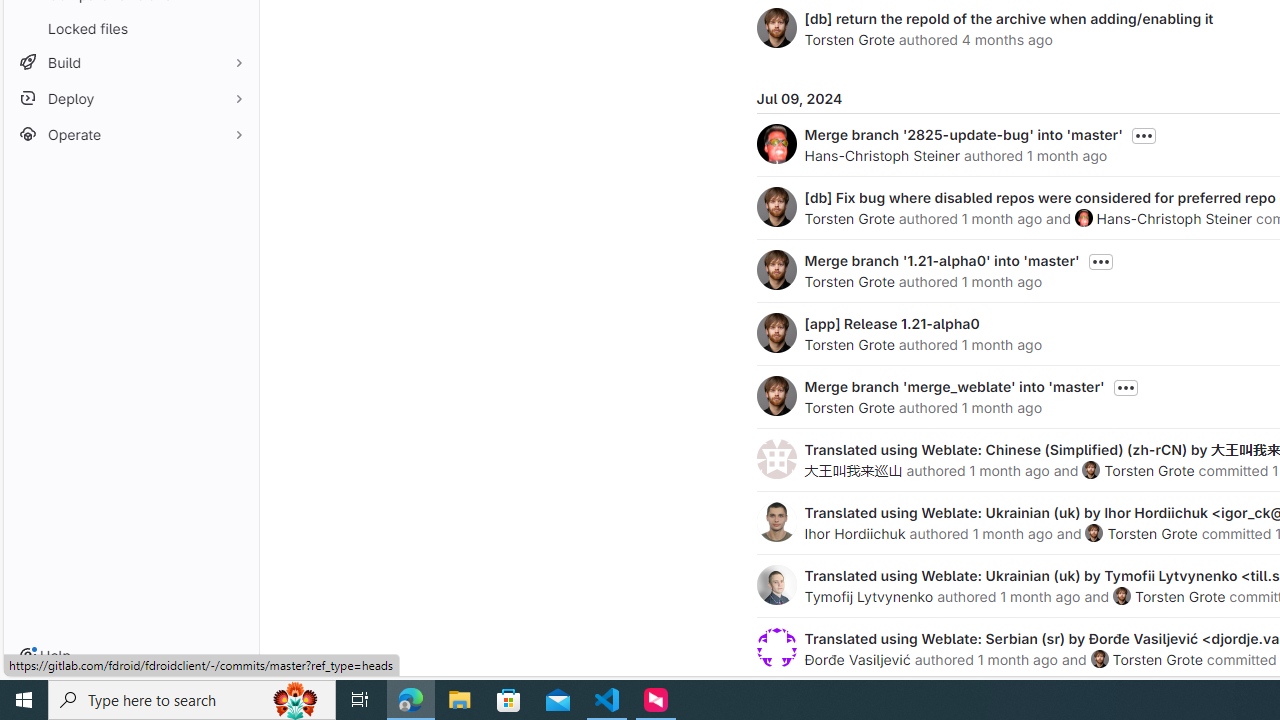  Describe the element at coordinates (775, 521) in the screenshot. I see `'Ihor Hordiichuk'` at that location.